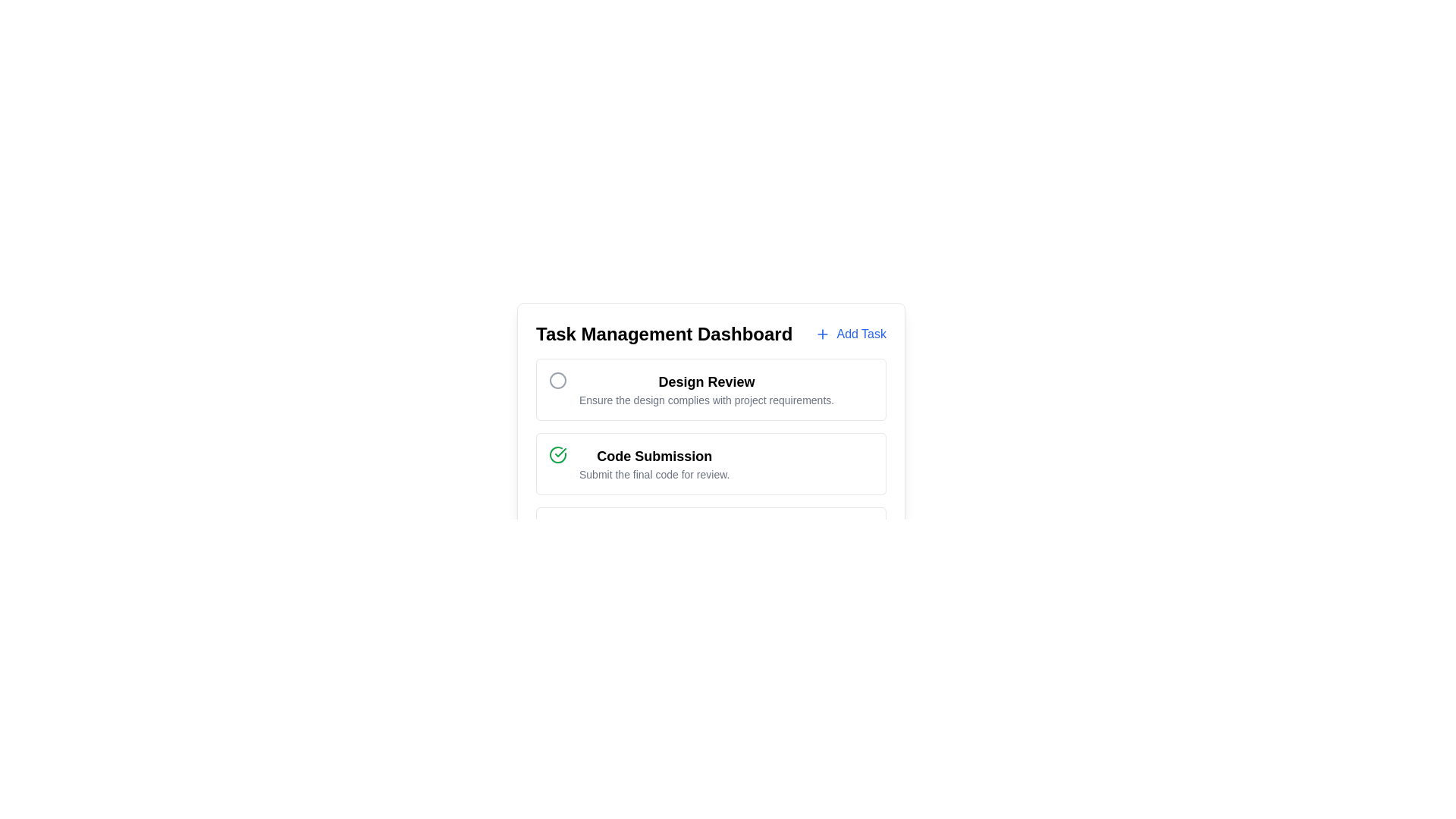 The image size is (1456, 819). I want to click on the second task box in the task management interface, located under the 'Task Management Dashboard' header, so click(710, 463).